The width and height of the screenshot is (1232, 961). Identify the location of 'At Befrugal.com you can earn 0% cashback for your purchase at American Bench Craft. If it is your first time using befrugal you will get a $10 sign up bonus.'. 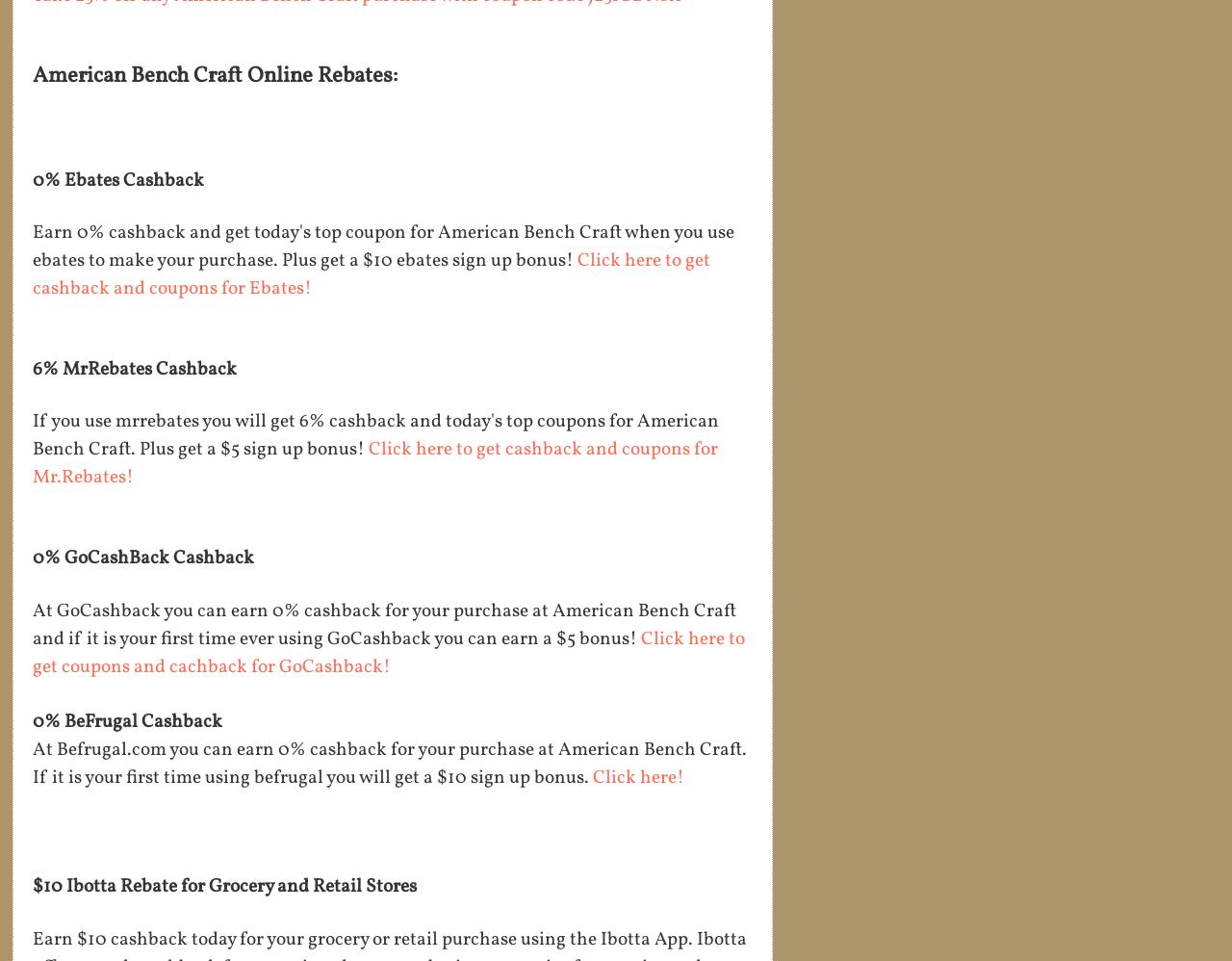
(33, 764).